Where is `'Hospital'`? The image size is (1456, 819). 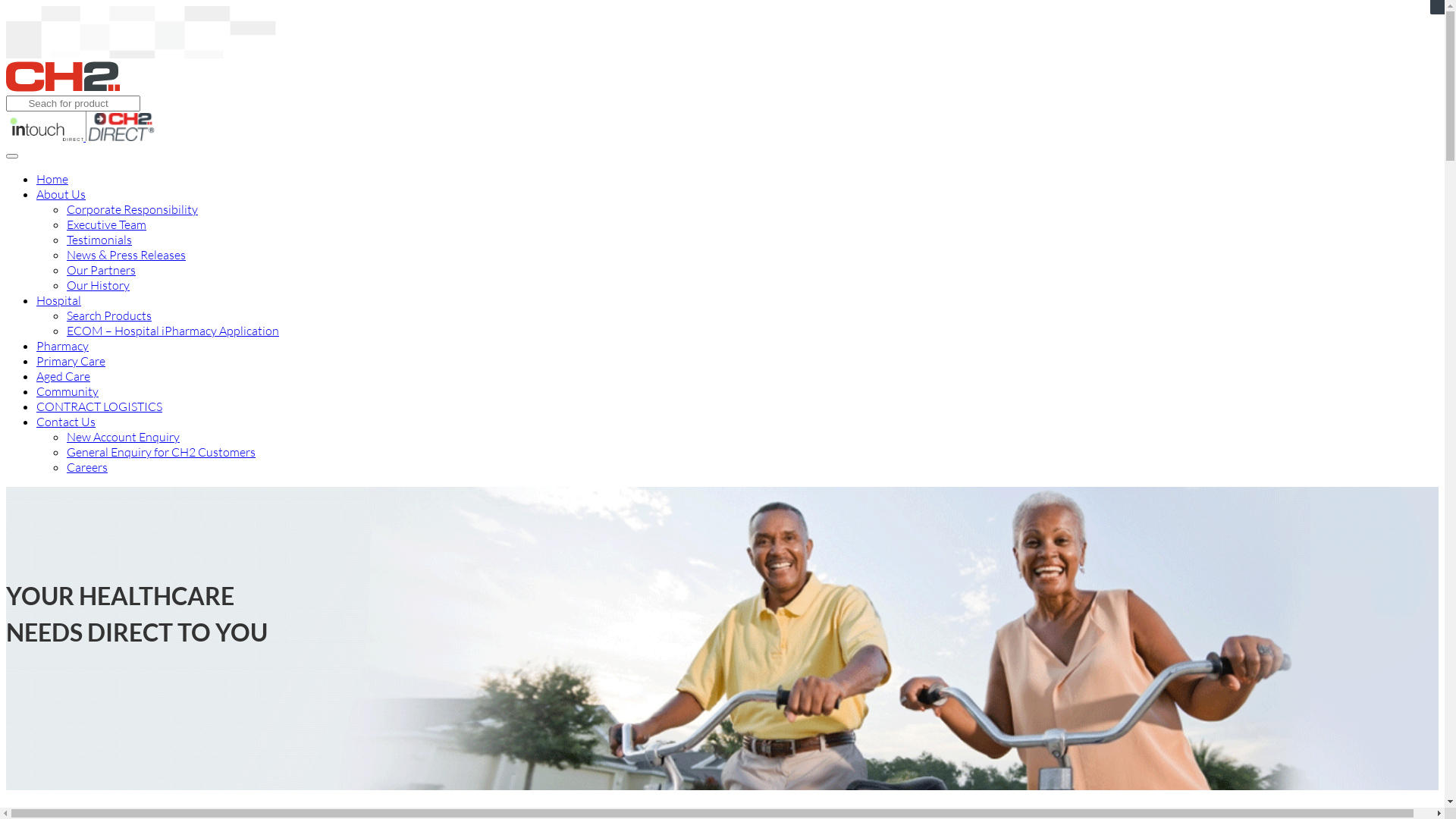
'Hospital' is located at coordinates (58, 300).